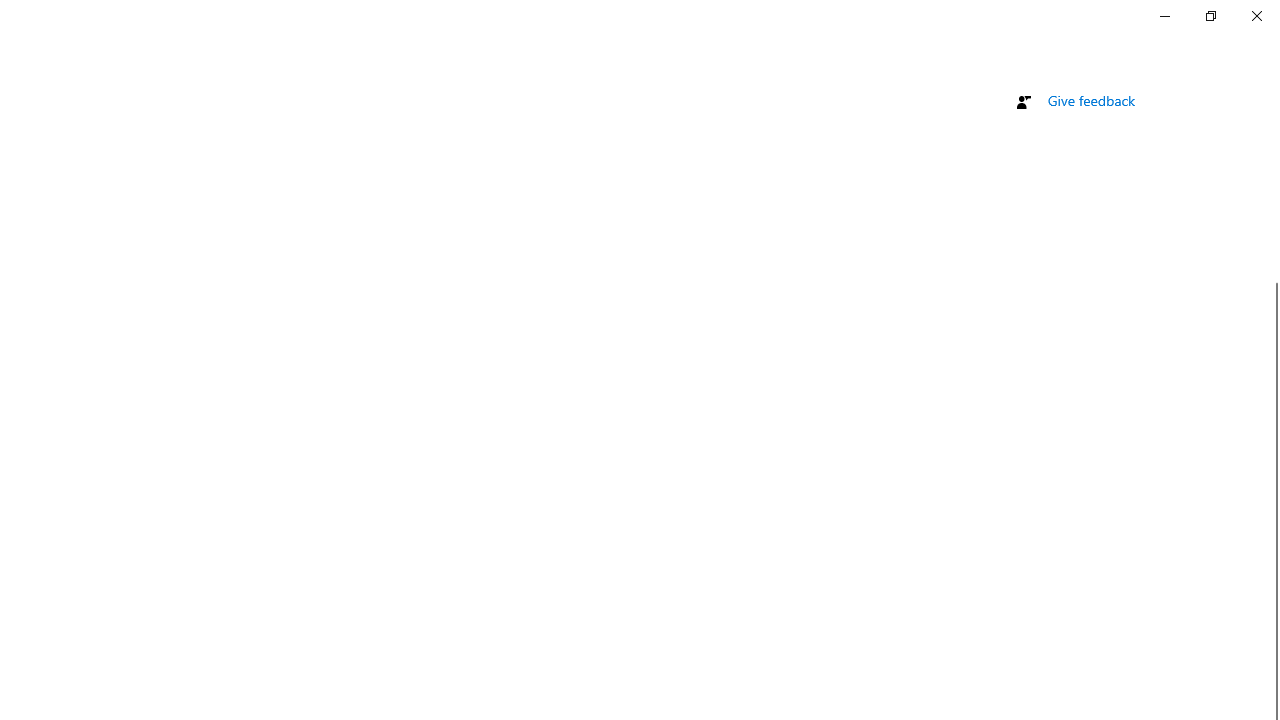 Image resolution: width=1280 pixels, height=720 pixels. What do you see at coordinates (1255, 15) in the screenshot?
I see `'Close Settings'` at bounding box center [1255, 15].